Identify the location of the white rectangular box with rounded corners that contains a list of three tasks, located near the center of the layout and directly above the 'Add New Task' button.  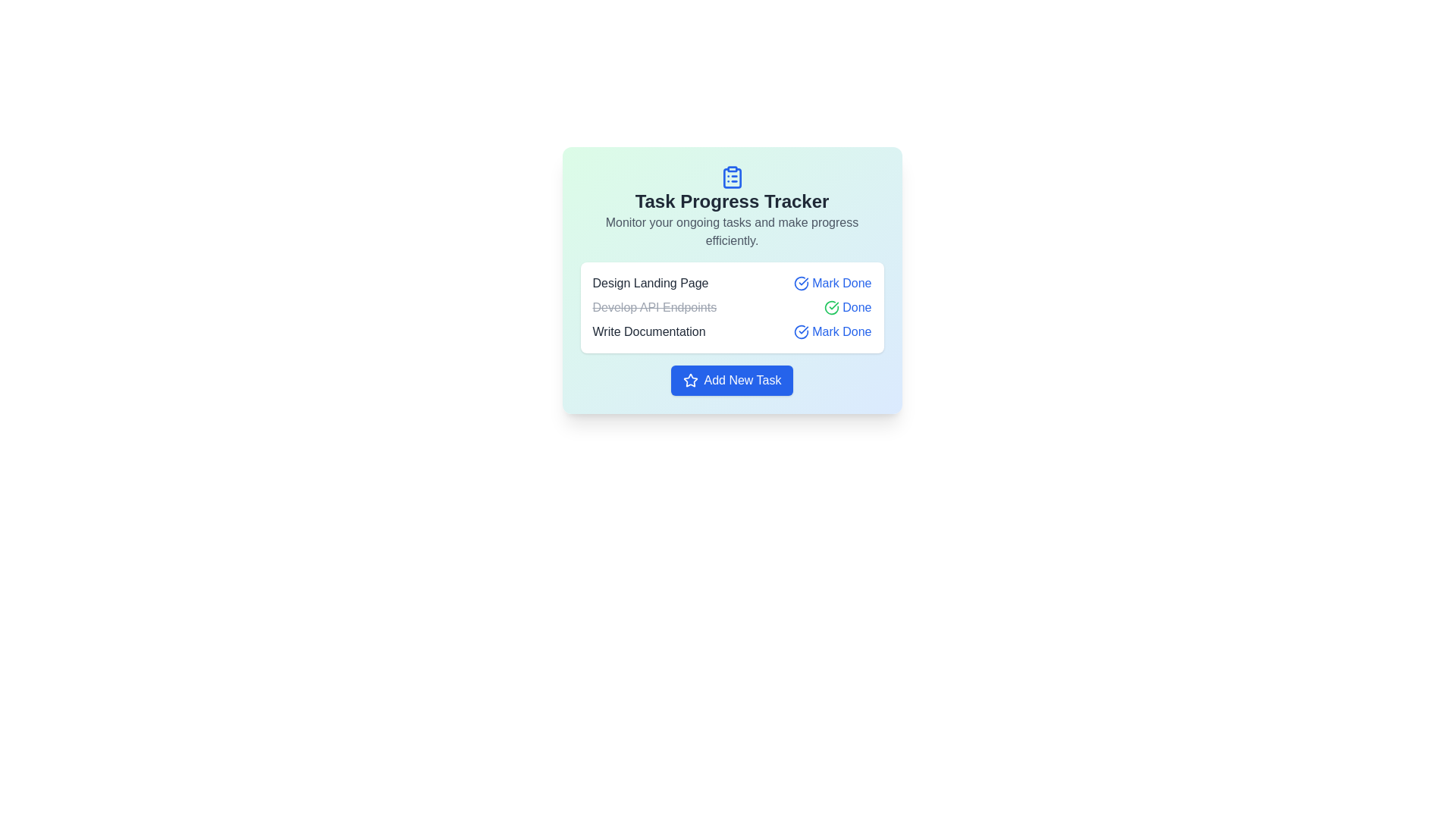
(732, 307).